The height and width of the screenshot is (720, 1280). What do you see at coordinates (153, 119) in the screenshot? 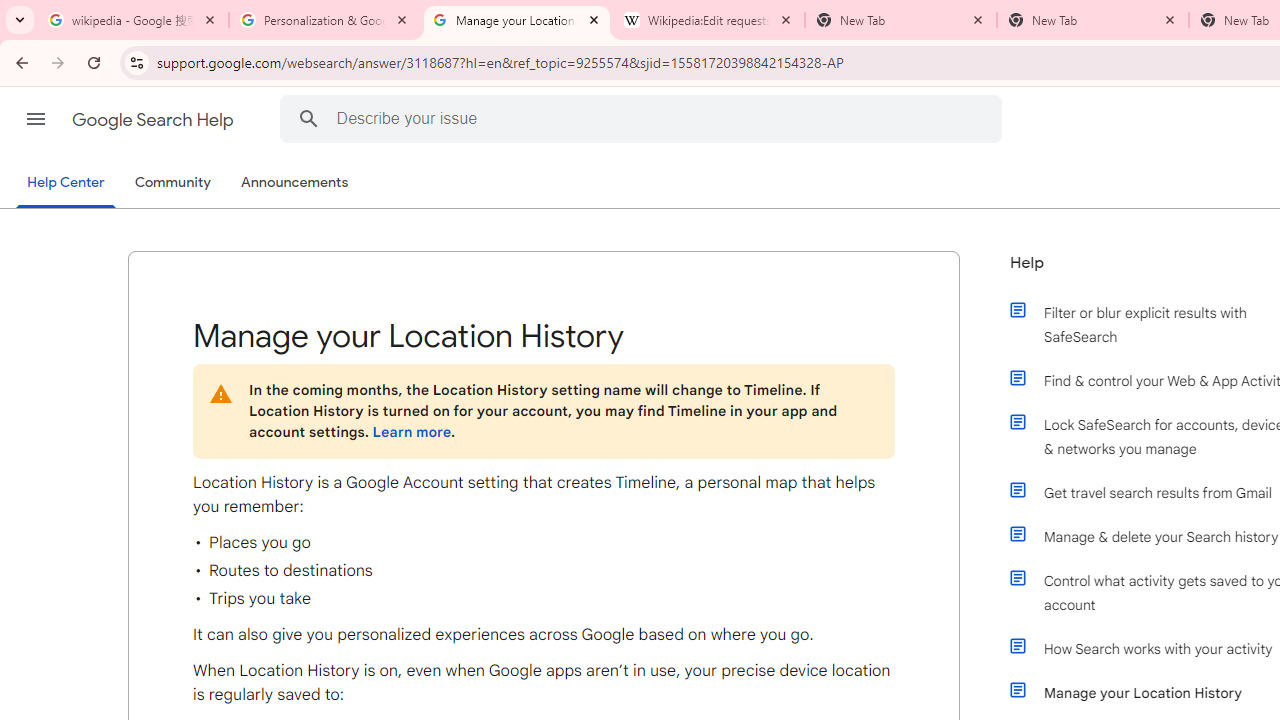
I see `'Google Search Help'` at bounding box center [153, 119].